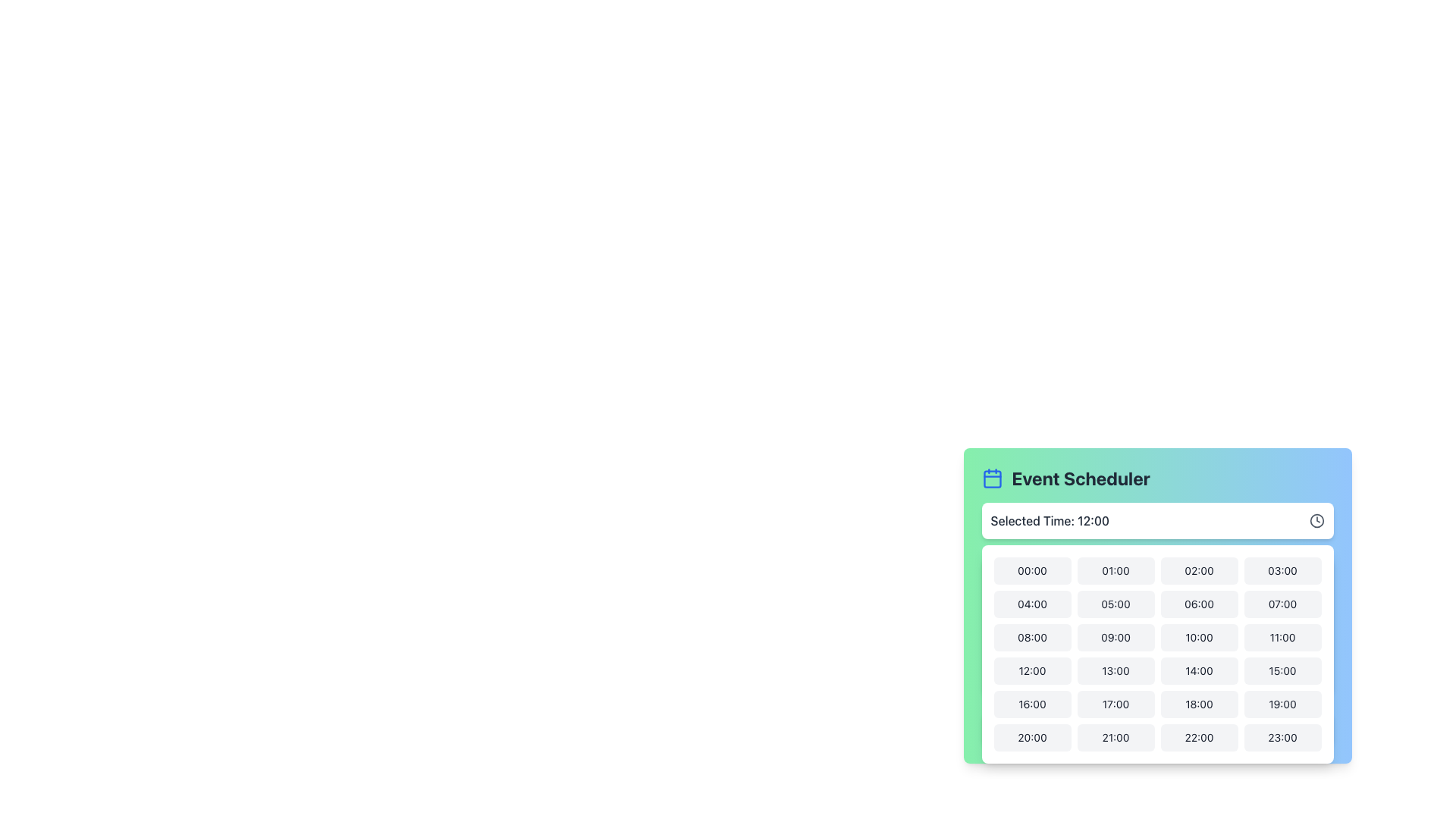 The width and height of the screenshot is (1456, 819). I want to click on the time selection button displaying '15:00' in the Event Scheduler dropdown, so click(1282, 670).